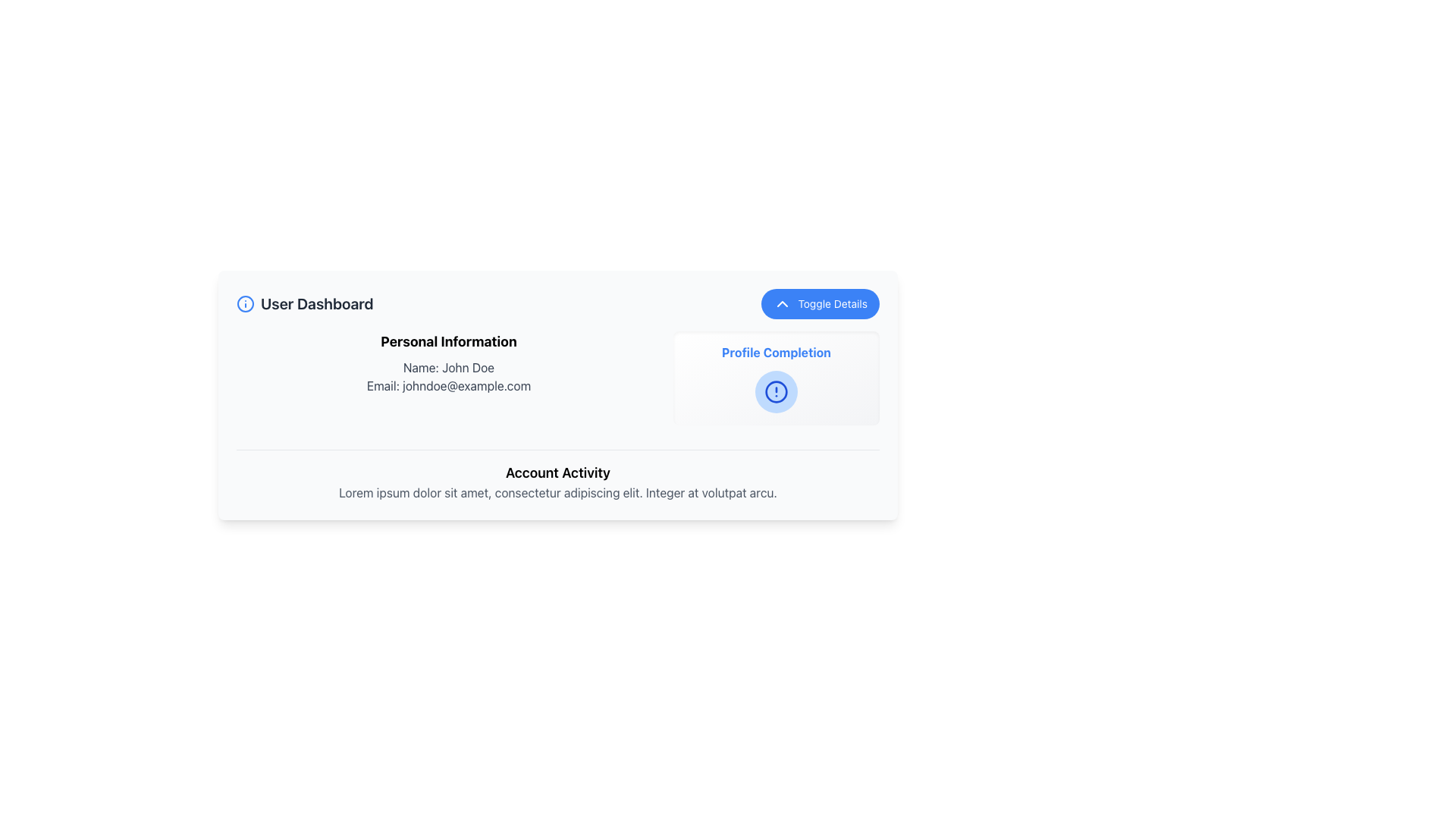 The height and width of the screenshot is (819, 1456). Describe the element at coordinates (557, 468) in the screenshot. I see `the Informational text block that displays account activity information, located beneath 'Personal Information' and 'Profile Completion'` at that location.